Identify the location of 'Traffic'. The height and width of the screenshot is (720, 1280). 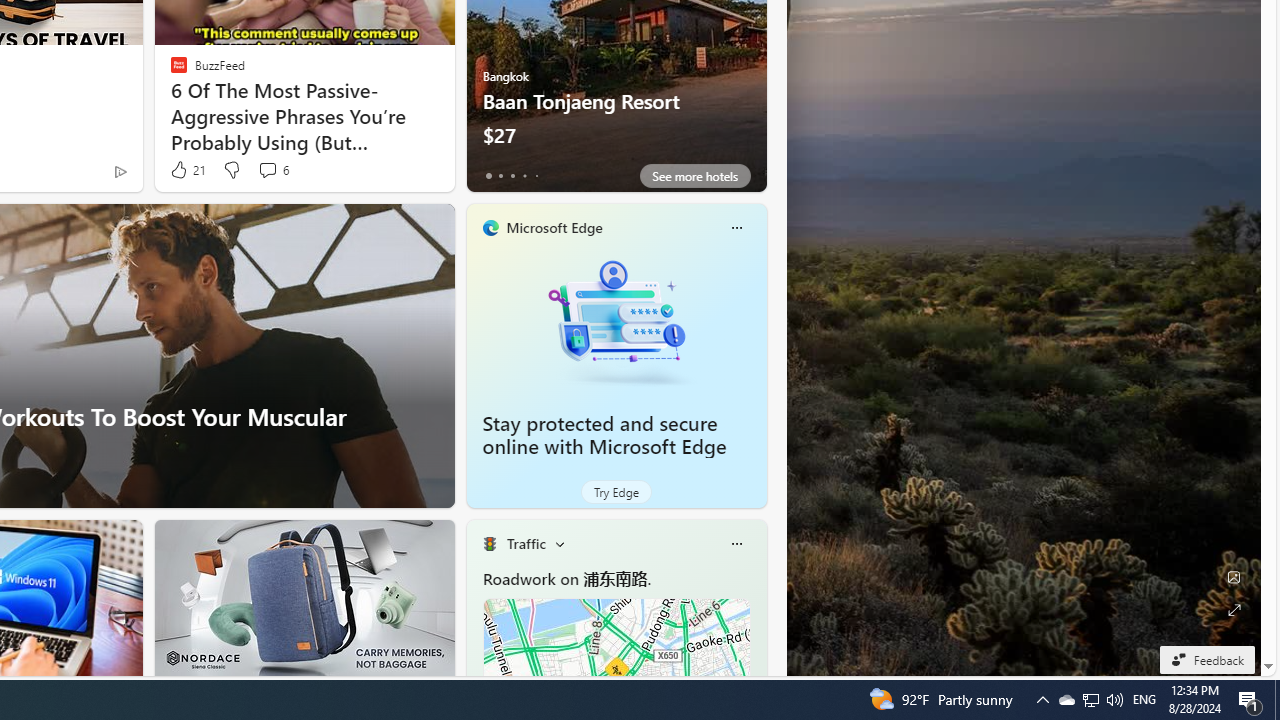
(526, 543).